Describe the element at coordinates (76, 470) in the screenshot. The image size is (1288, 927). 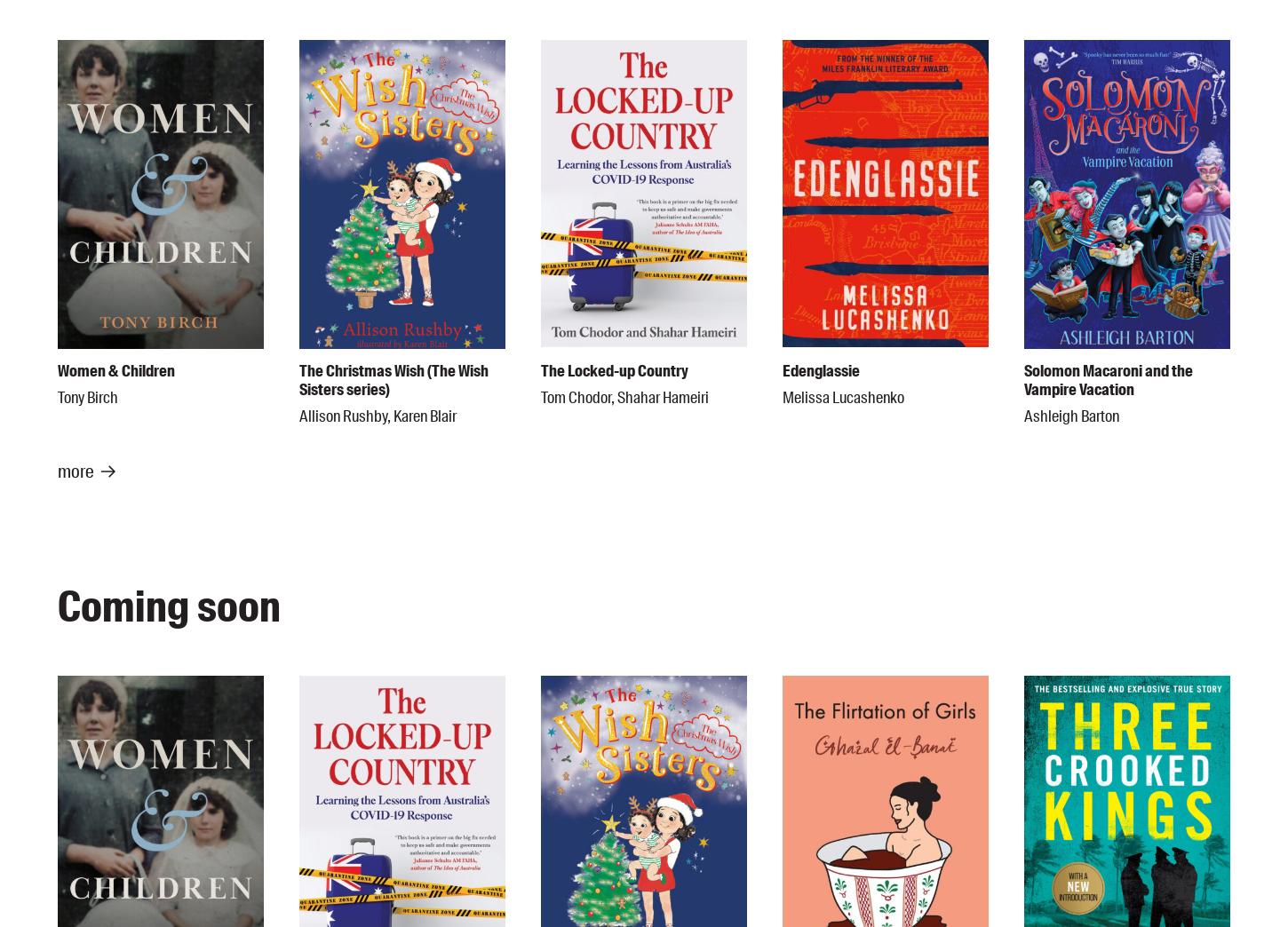
I see `'more'` at that location.